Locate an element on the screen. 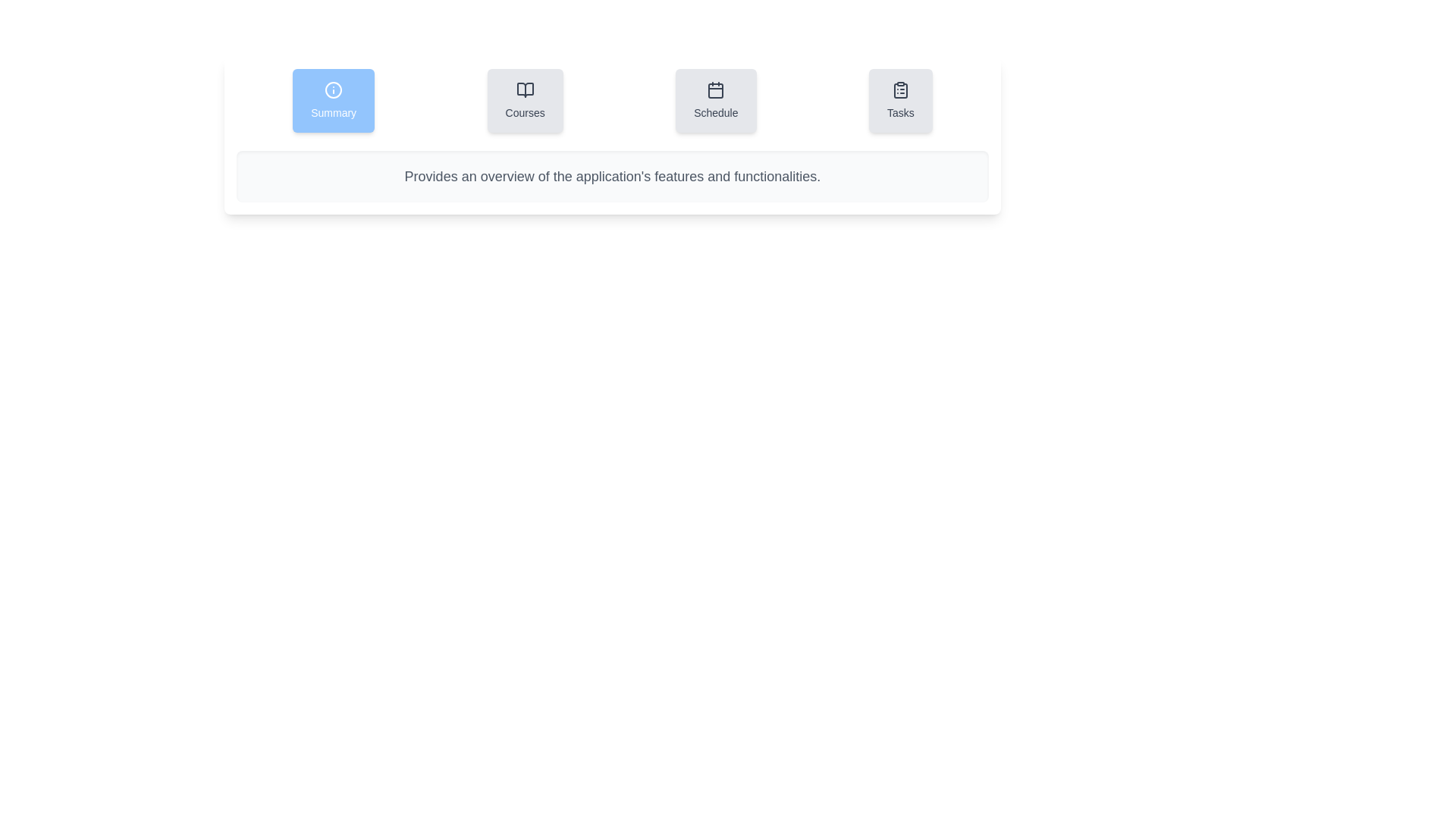  the Summary tab is located at coordinates (333, 100).